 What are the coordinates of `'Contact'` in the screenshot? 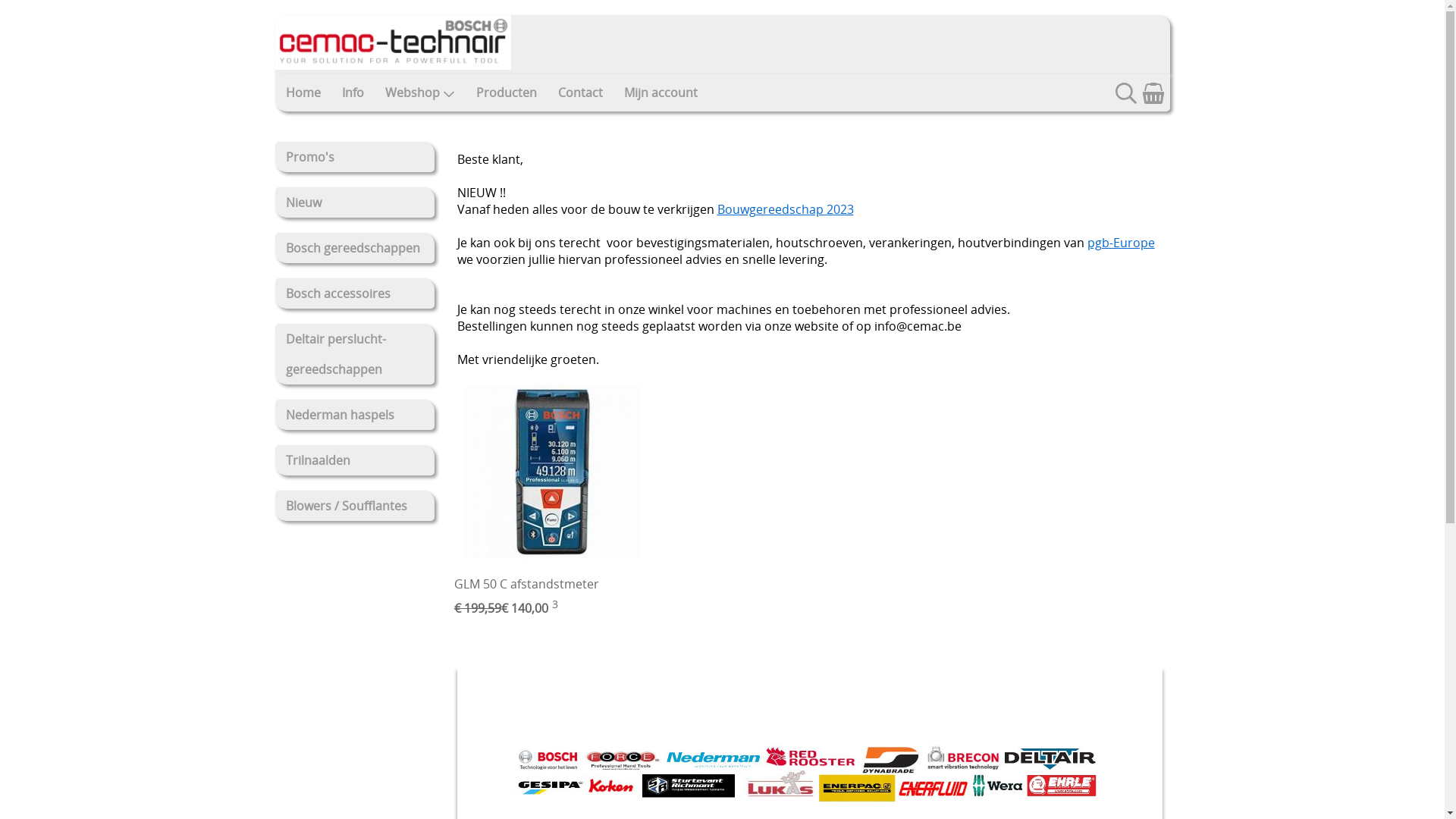 It's located at (579, 93).